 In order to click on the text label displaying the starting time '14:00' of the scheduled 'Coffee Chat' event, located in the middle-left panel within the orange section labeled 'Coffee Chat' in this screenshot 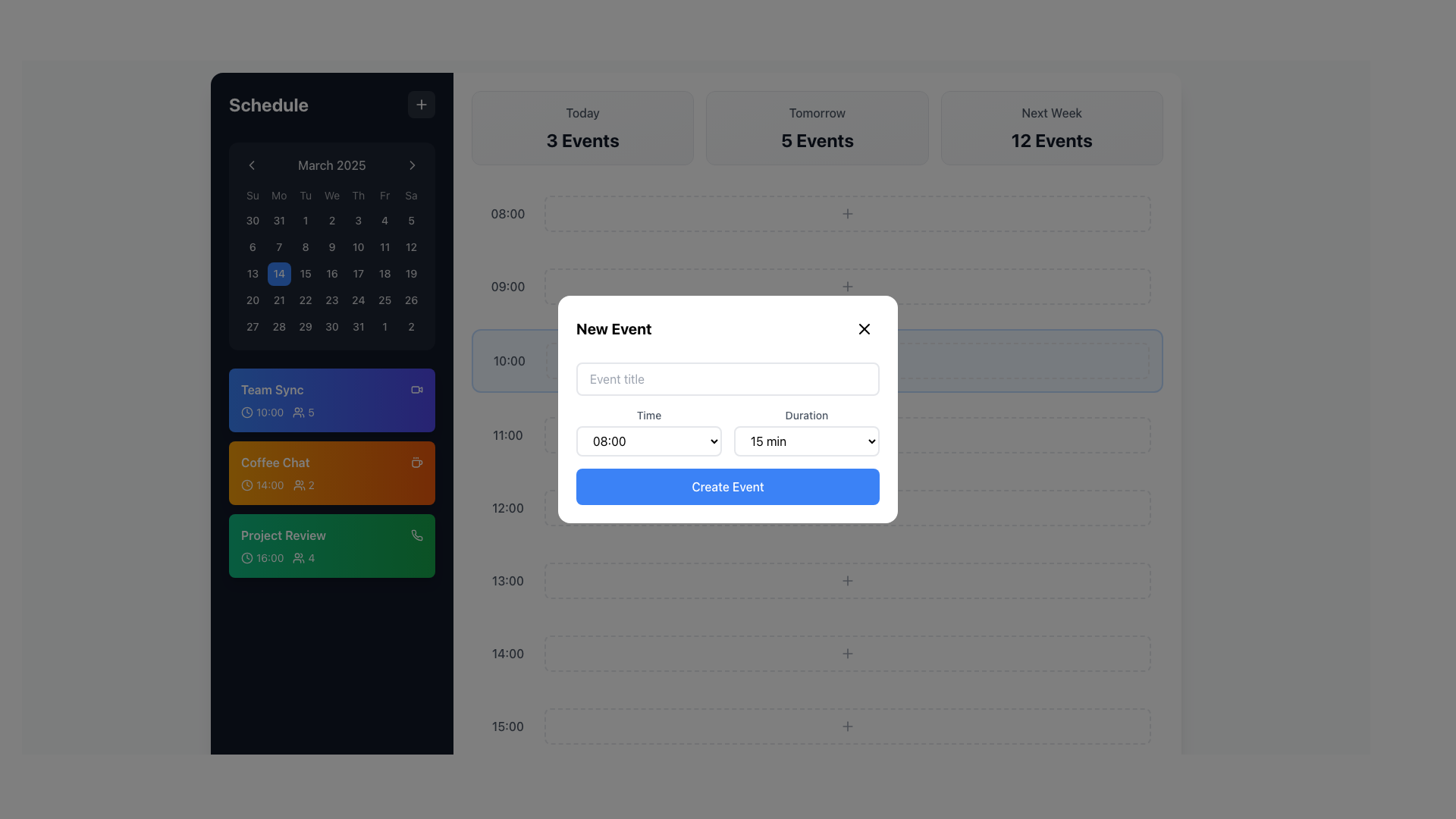, I will do `click(270, 485)`.